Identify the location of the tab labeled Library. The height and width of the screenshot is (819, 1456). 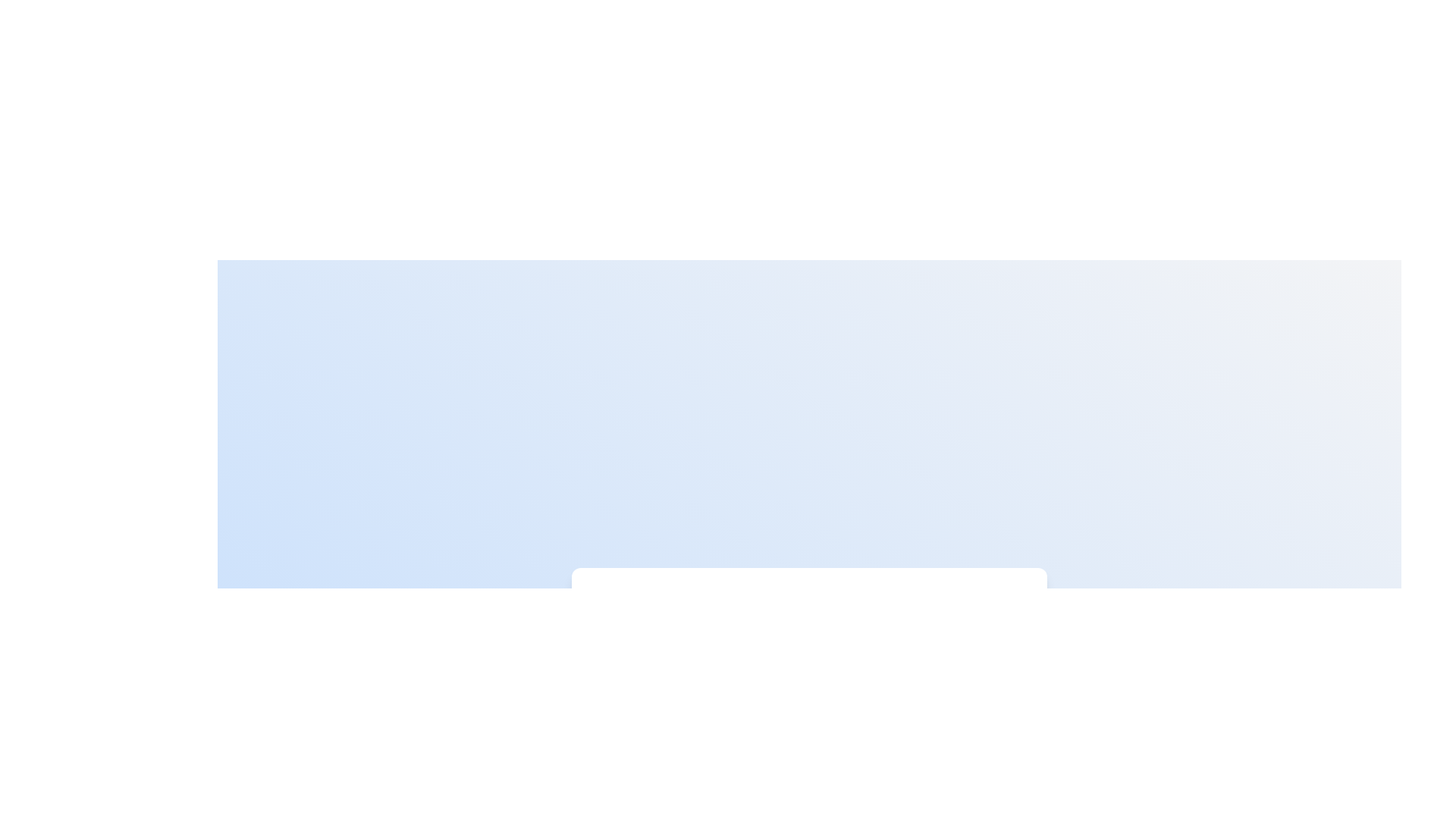
(871, 612).